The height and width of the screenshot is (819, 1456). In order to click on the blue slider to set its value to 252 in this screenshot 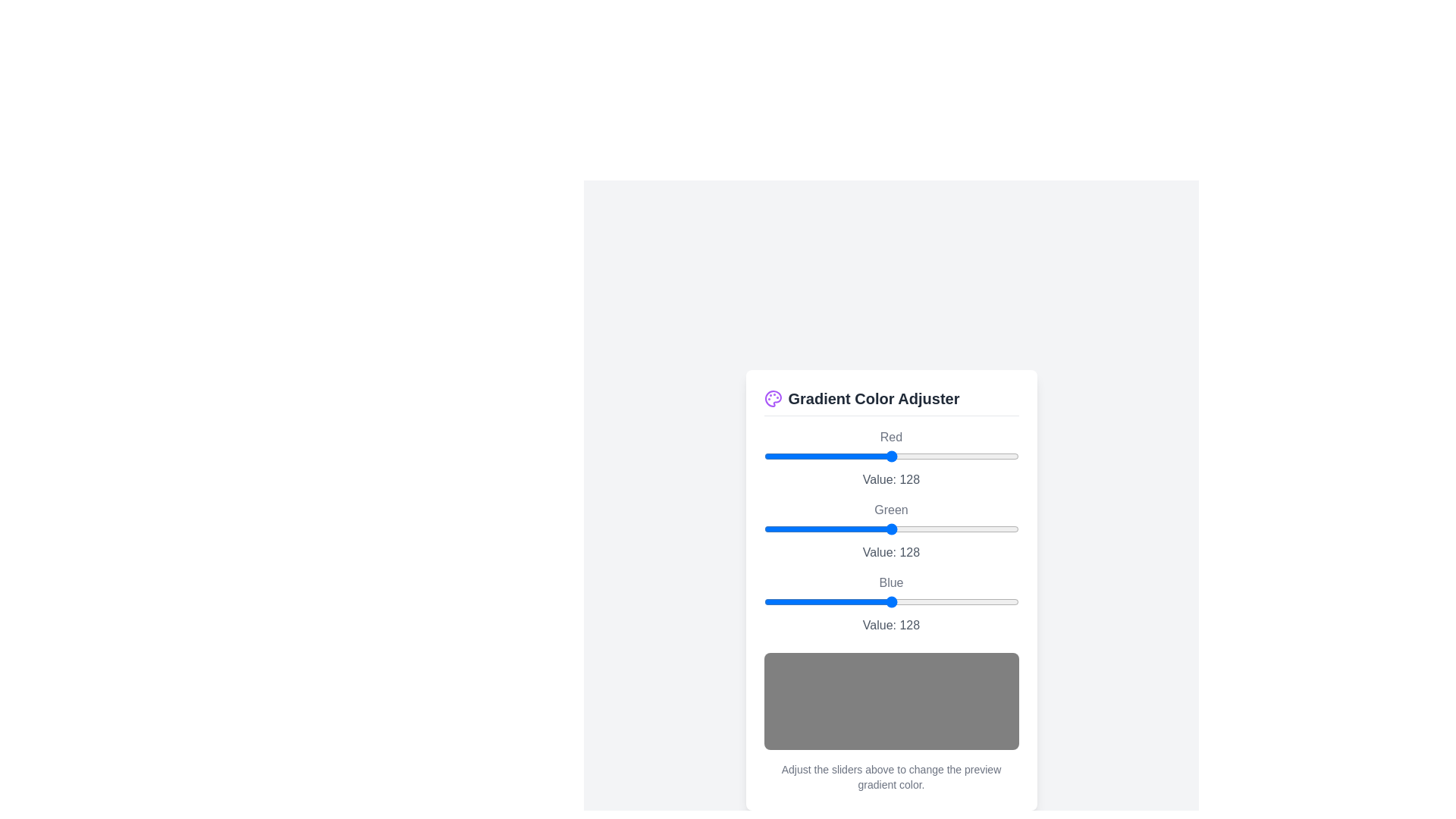, I will do `click(1015, 601)`.